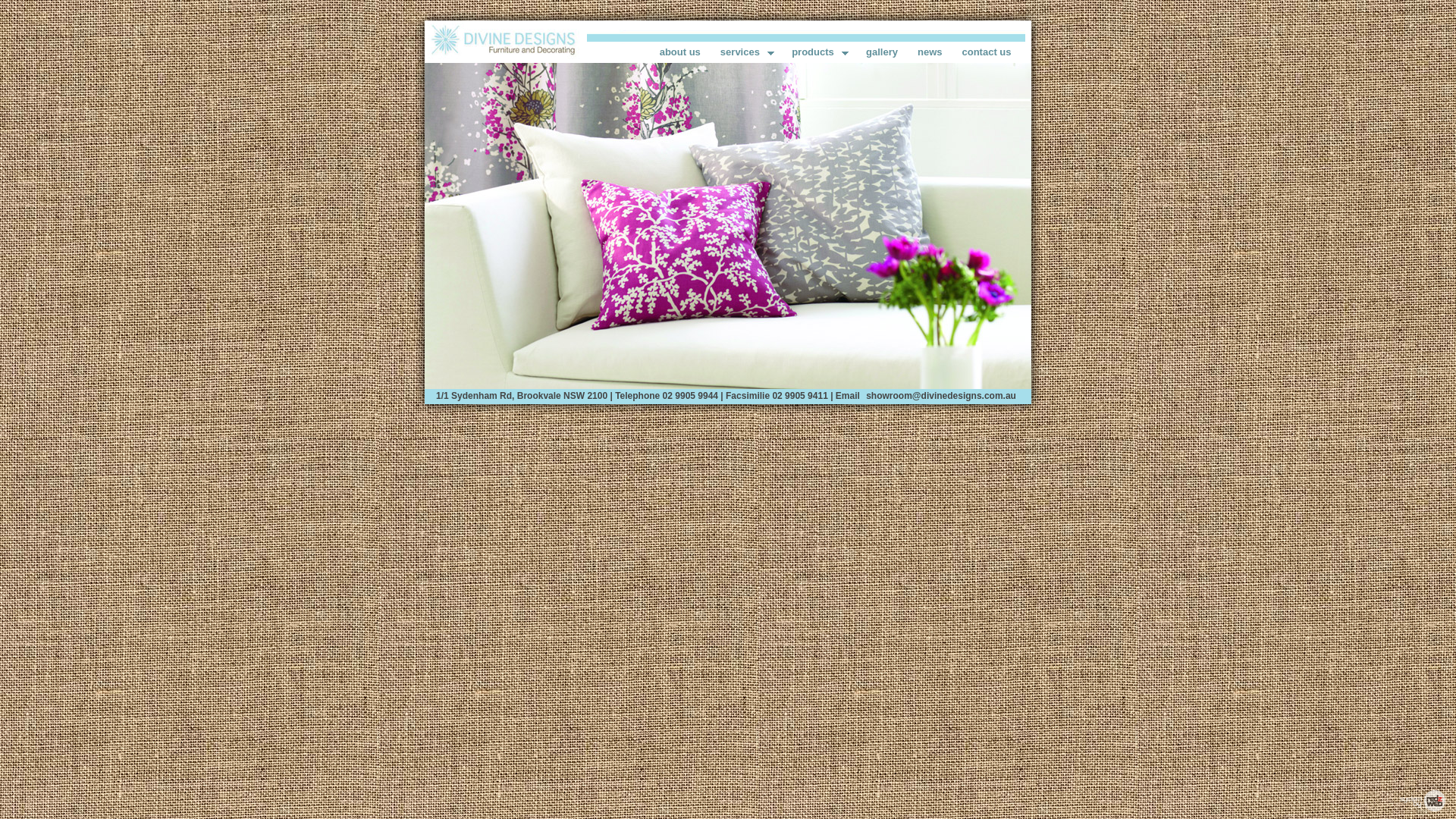 The height and width of the screenshot is (819, 1456). I want to click on 'services', so click(745, 51).